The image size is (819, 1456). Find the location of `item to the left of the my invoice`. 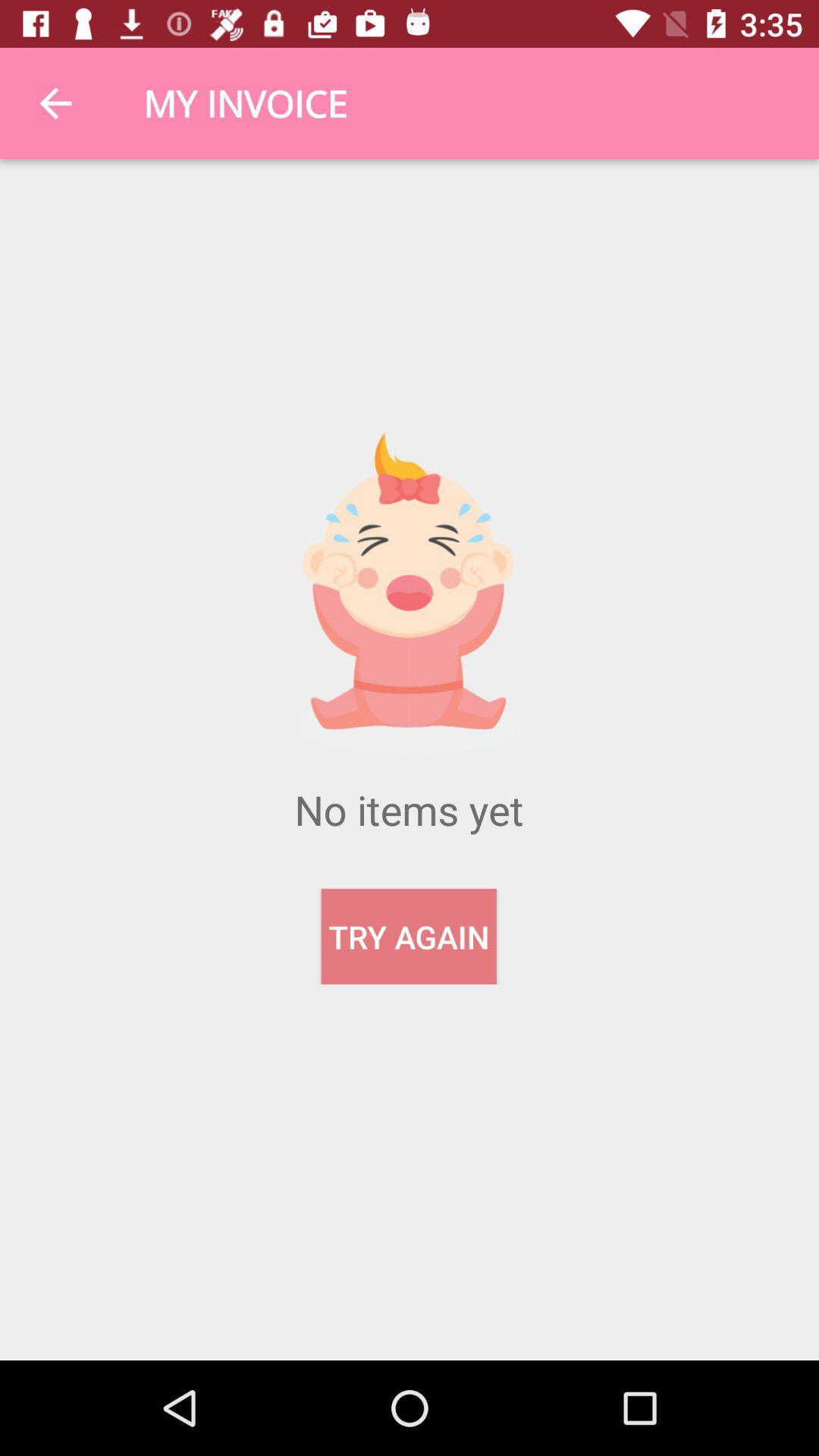

item to the left of the my invoice is located at coordinates (55, 102).